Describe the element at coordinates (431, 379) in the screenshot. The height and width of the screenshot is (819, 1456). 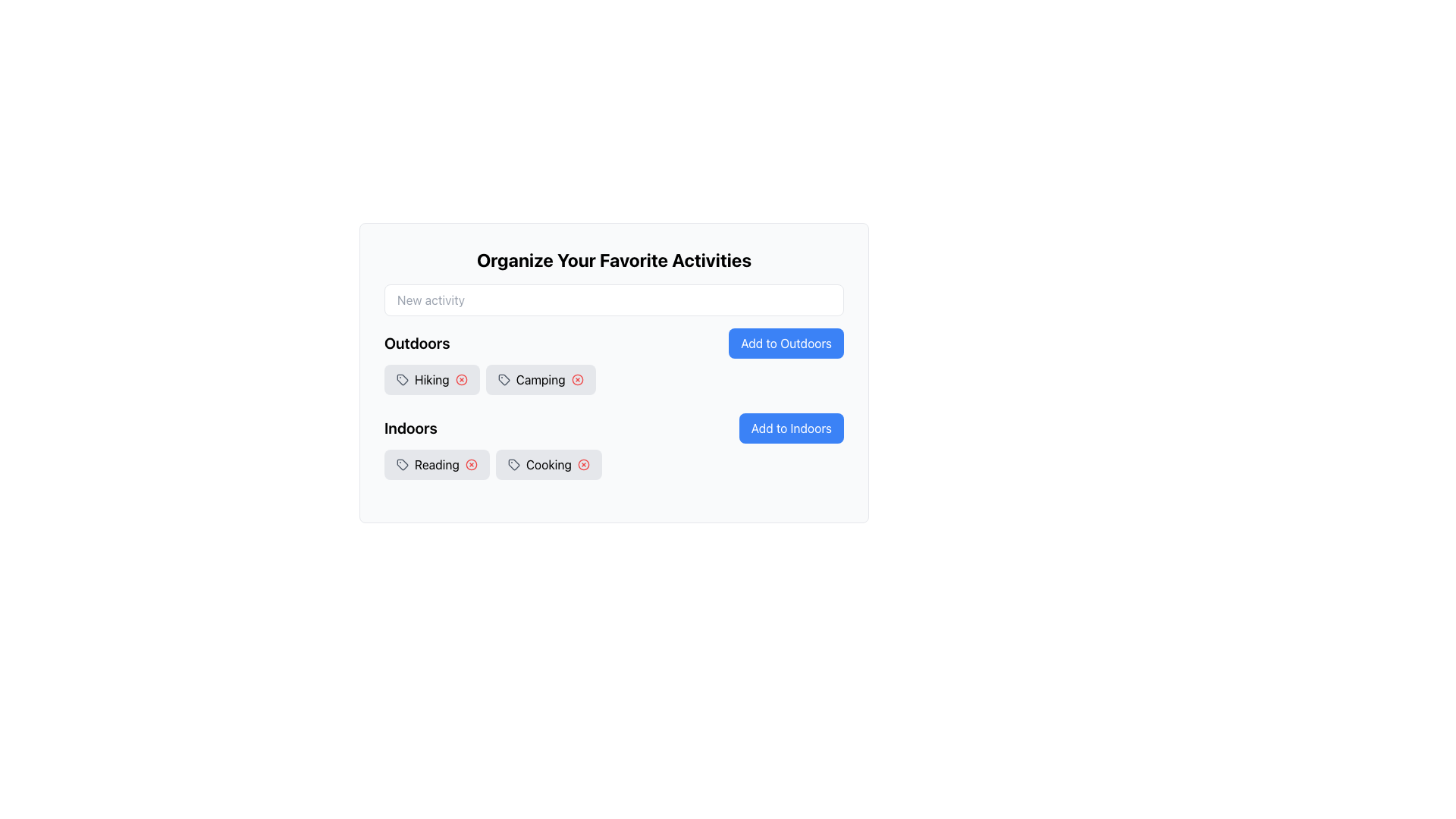
I see `the tag icon on the 'Hiking' label in the 'Outdoors' section` at that location.